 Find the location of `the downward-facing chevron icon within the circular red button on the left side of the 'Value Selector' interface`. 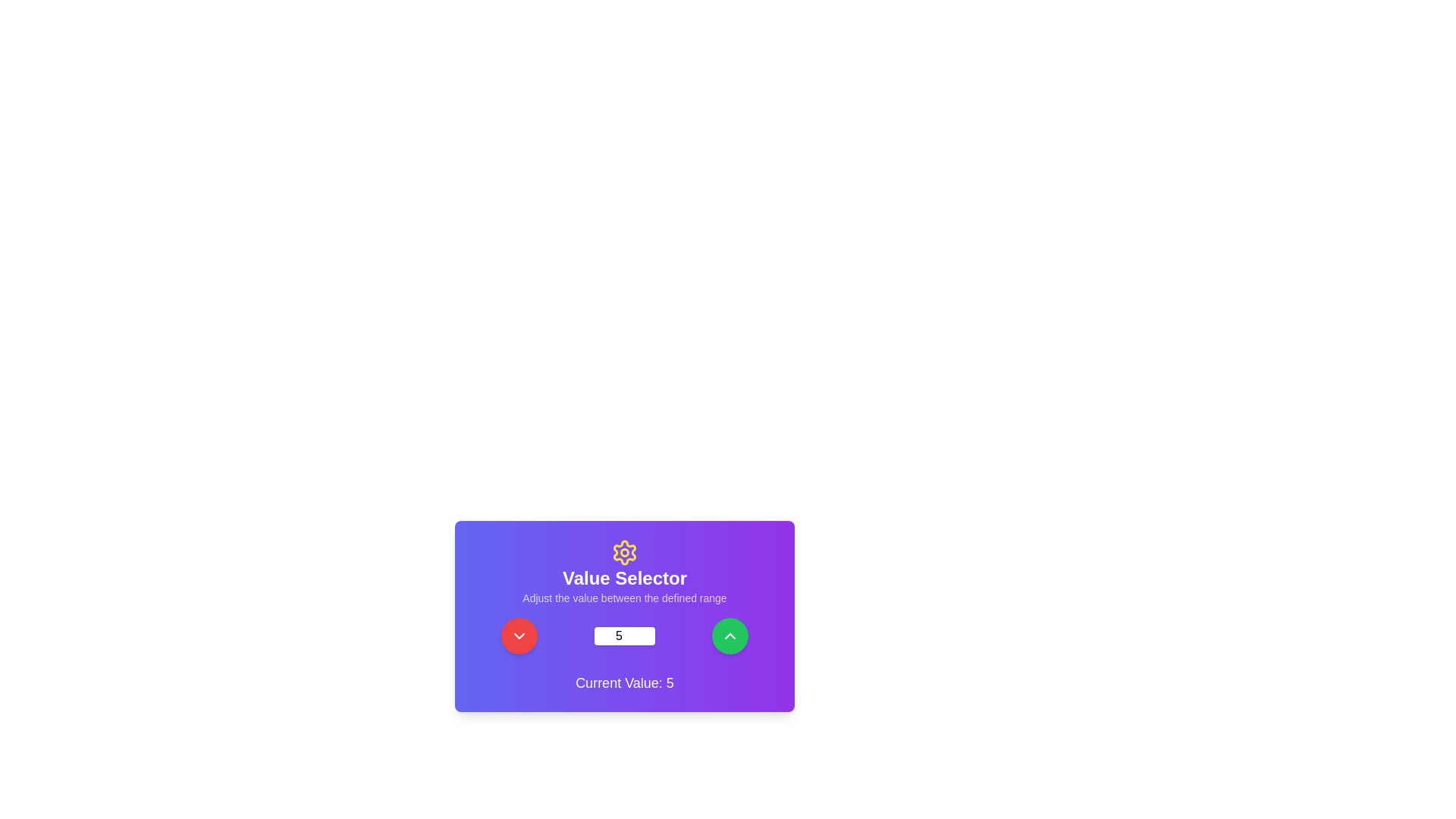

the downward-facing chevron icon within the circular red button on the left side of the 'Value Selector' interface is located at coordinates (519, 636).